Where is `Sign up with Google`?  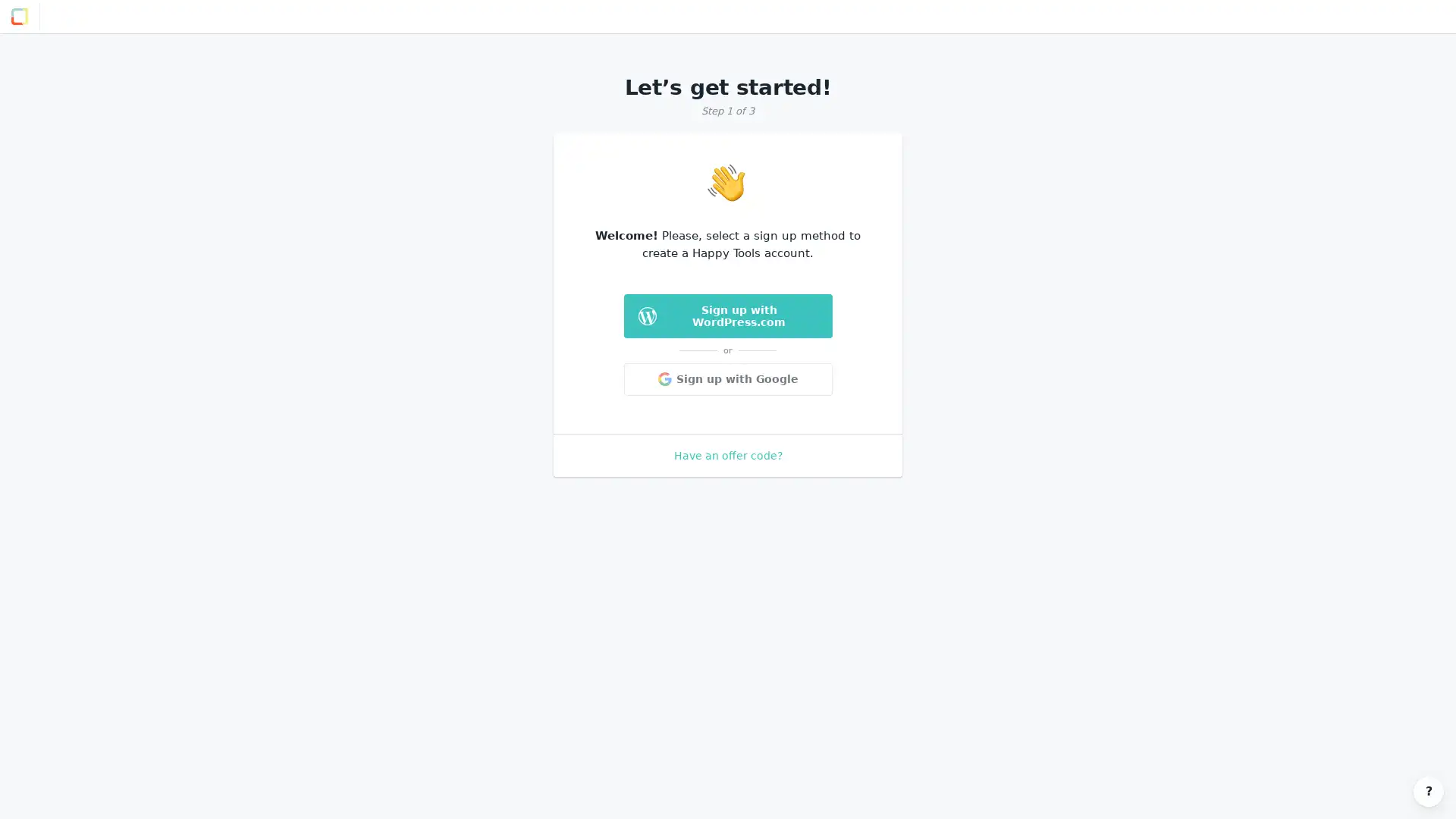
Sign up with Google is located at coordinates (726, 378).